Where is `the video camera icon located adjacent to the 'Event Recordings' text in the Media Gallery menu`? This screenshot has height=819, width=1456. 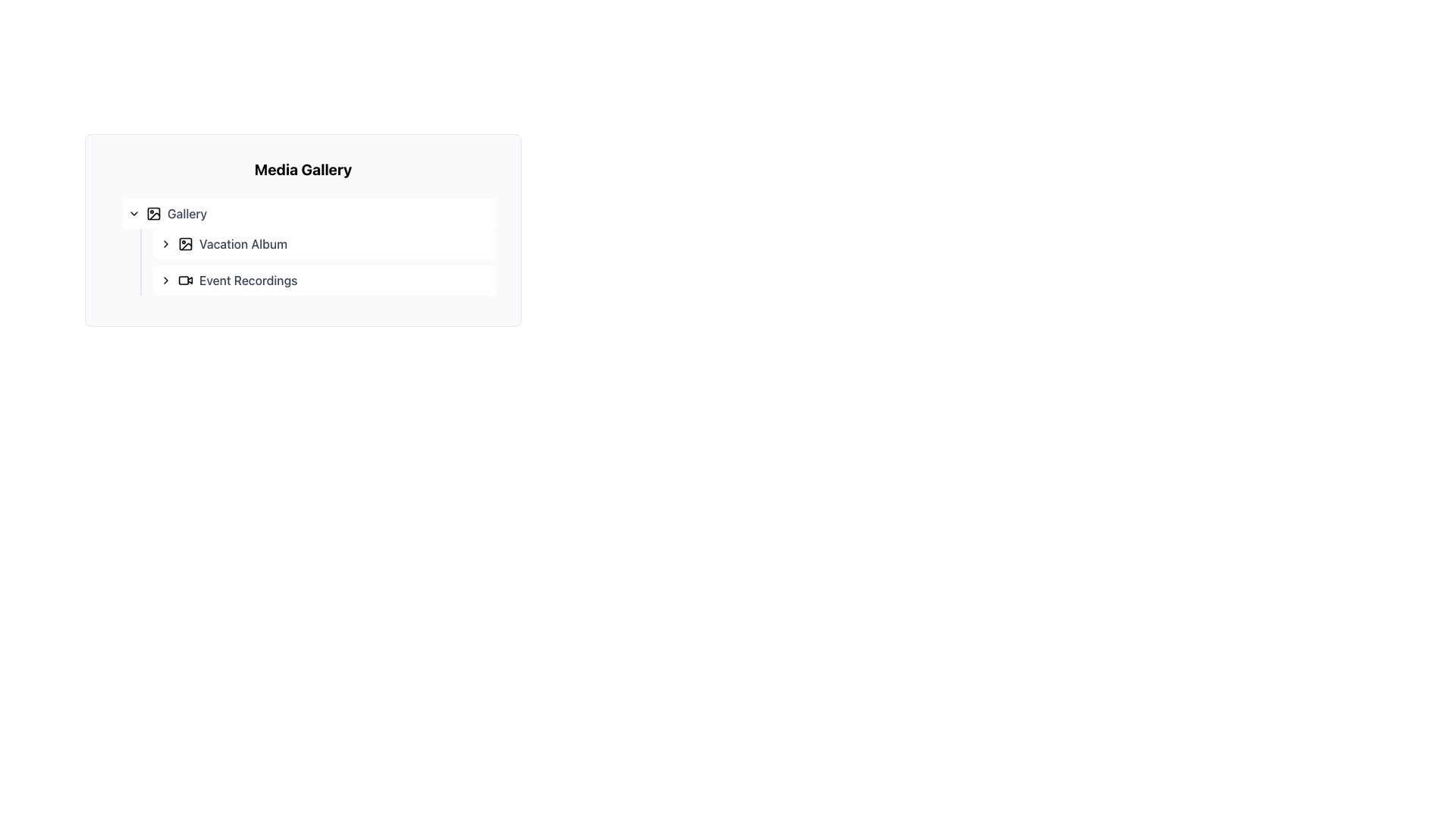 the video camera icon located adjacent to the 'Event Recordings' text in the Media Gallery menu is located at coordinates (184, 281).